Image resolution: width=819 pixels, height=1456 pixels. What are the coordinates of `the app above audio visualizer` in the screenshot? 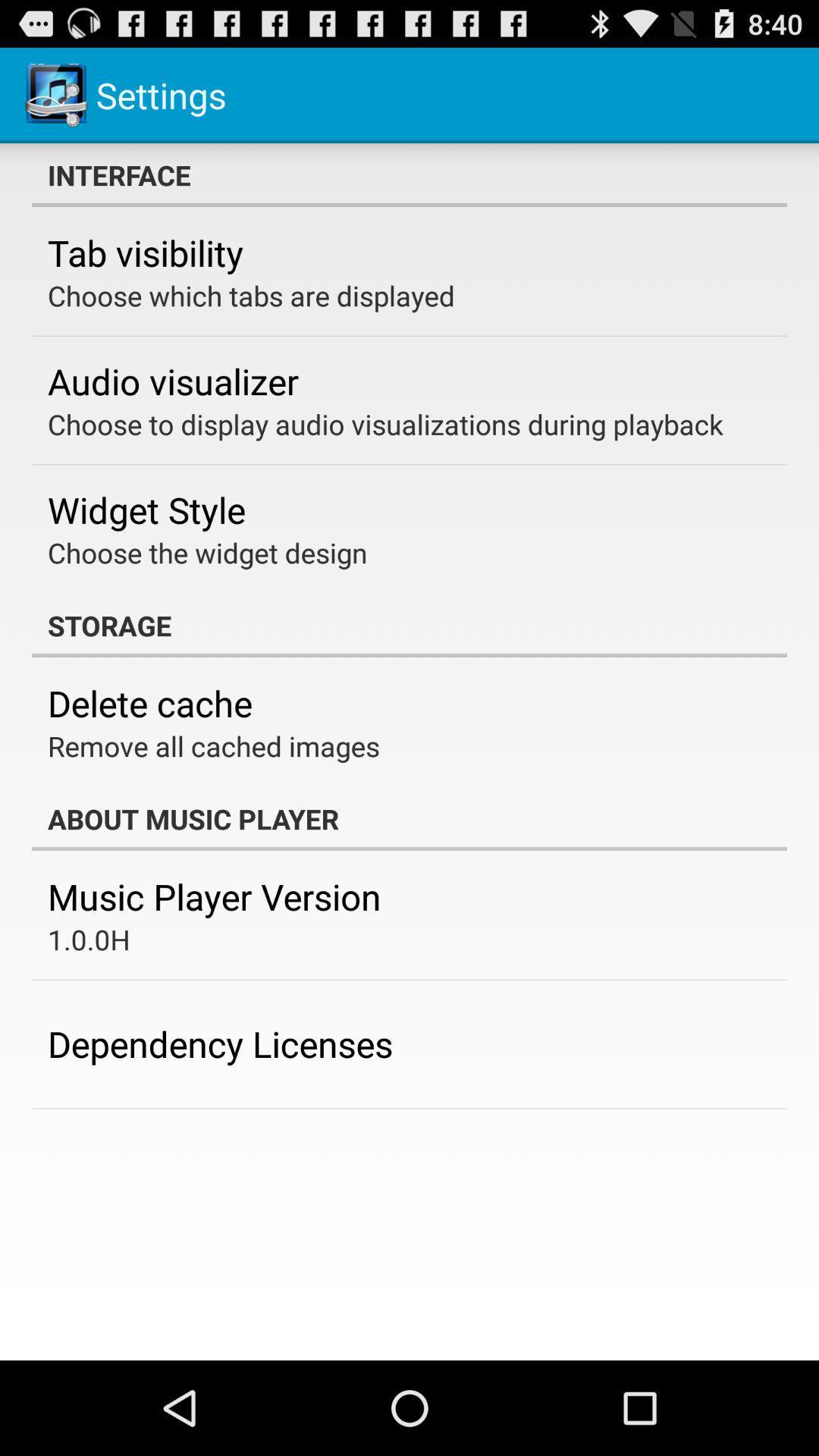 It's located at (250, 295).